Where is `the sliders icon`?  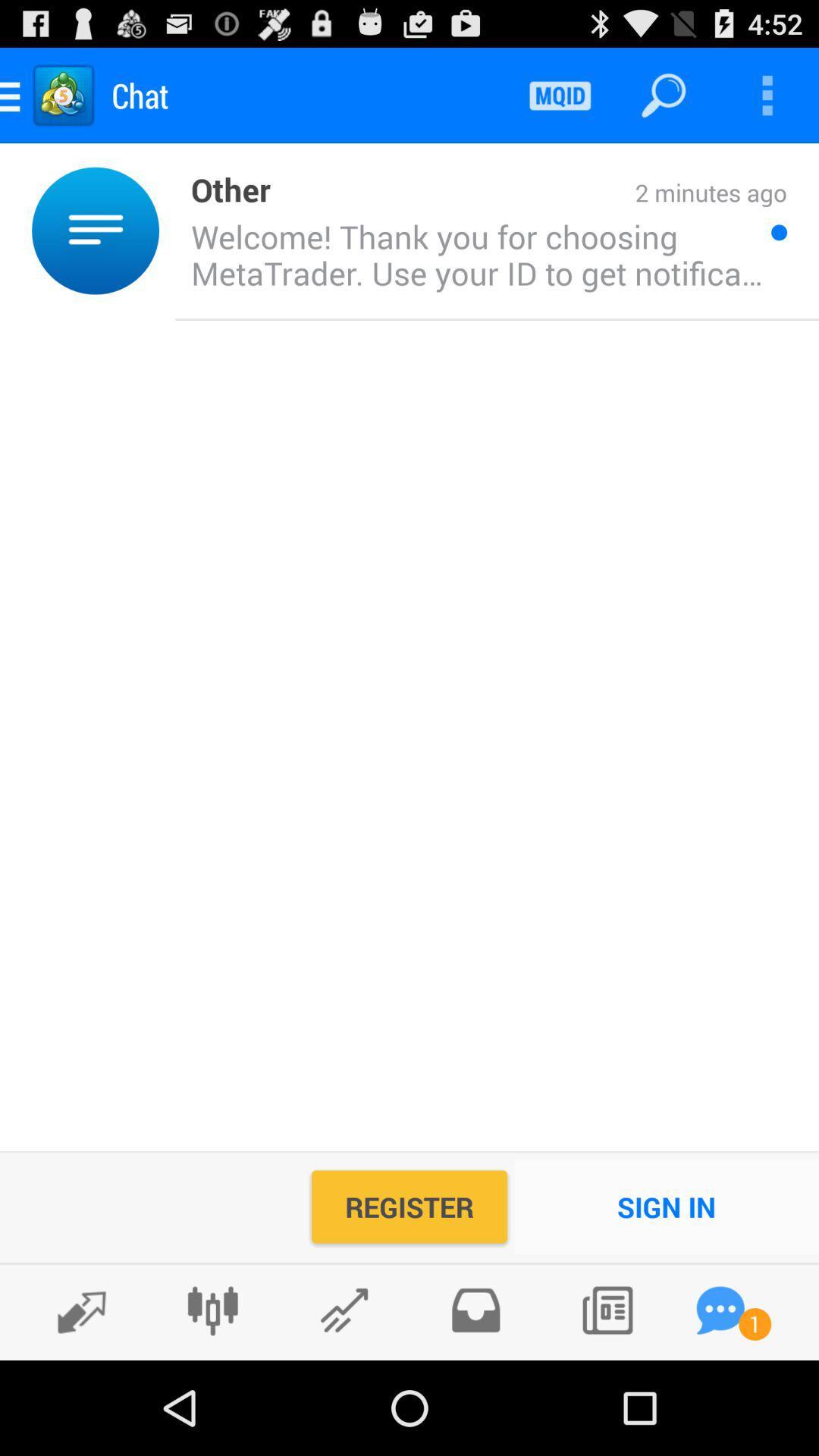
the sliders icon is located at coordinates (212, 1401).